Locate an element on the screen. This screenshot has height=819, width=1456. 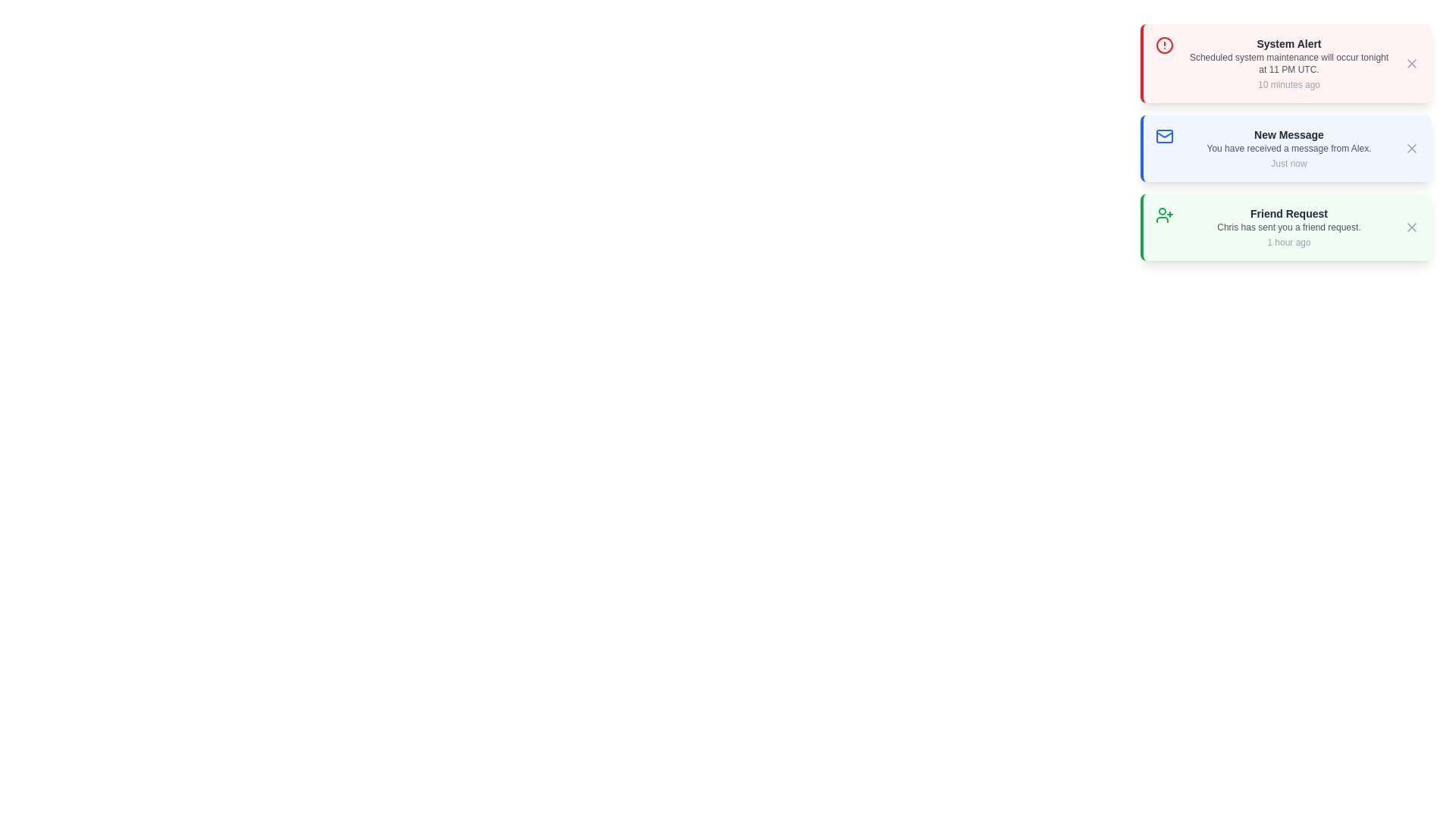
the small gray 'X' button located on the right side of the 'System Alert' notification box is located at coordinates (1411, 63).